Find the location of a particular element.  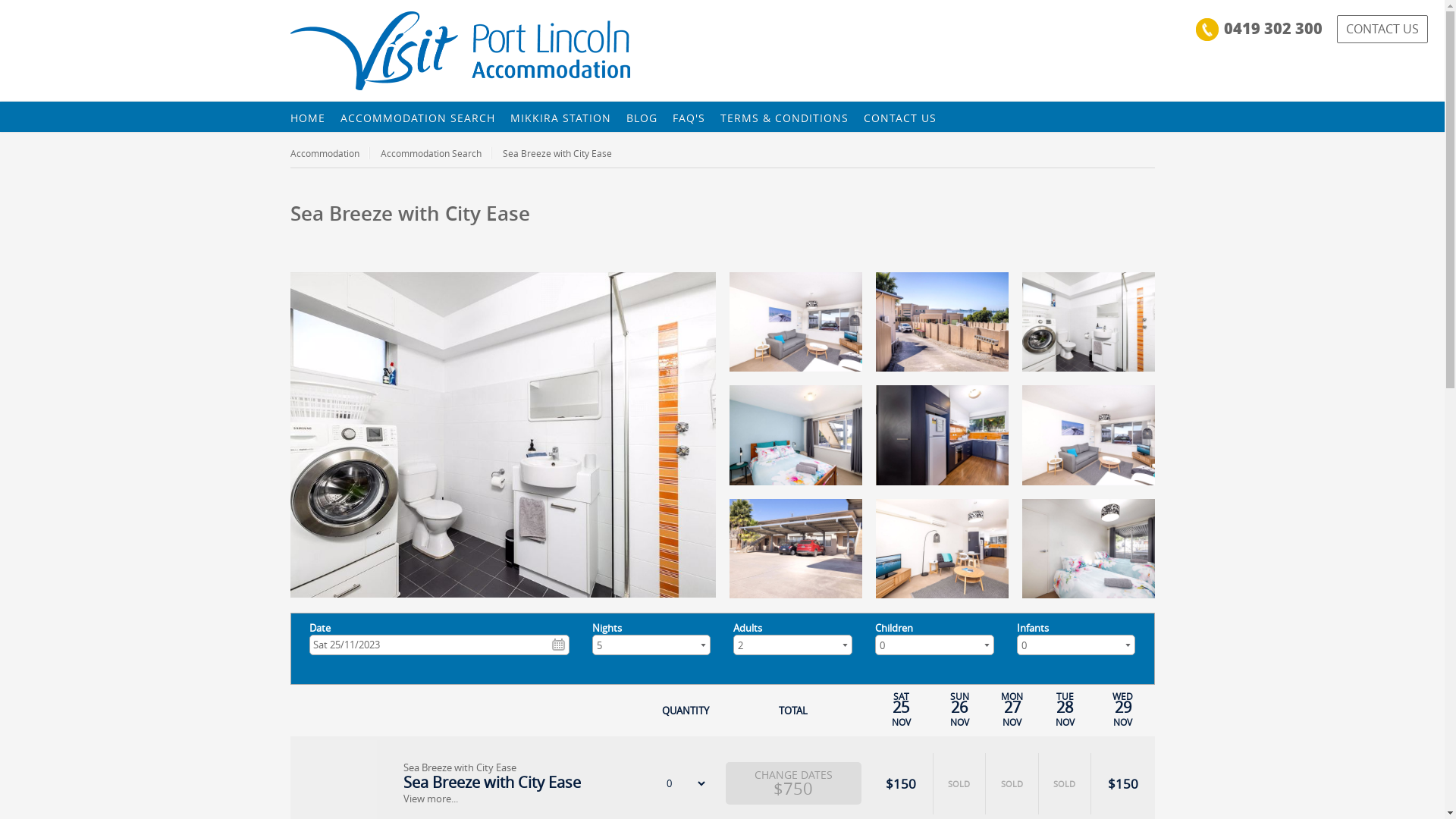

'NOV' is located at coordinates (931, 721).